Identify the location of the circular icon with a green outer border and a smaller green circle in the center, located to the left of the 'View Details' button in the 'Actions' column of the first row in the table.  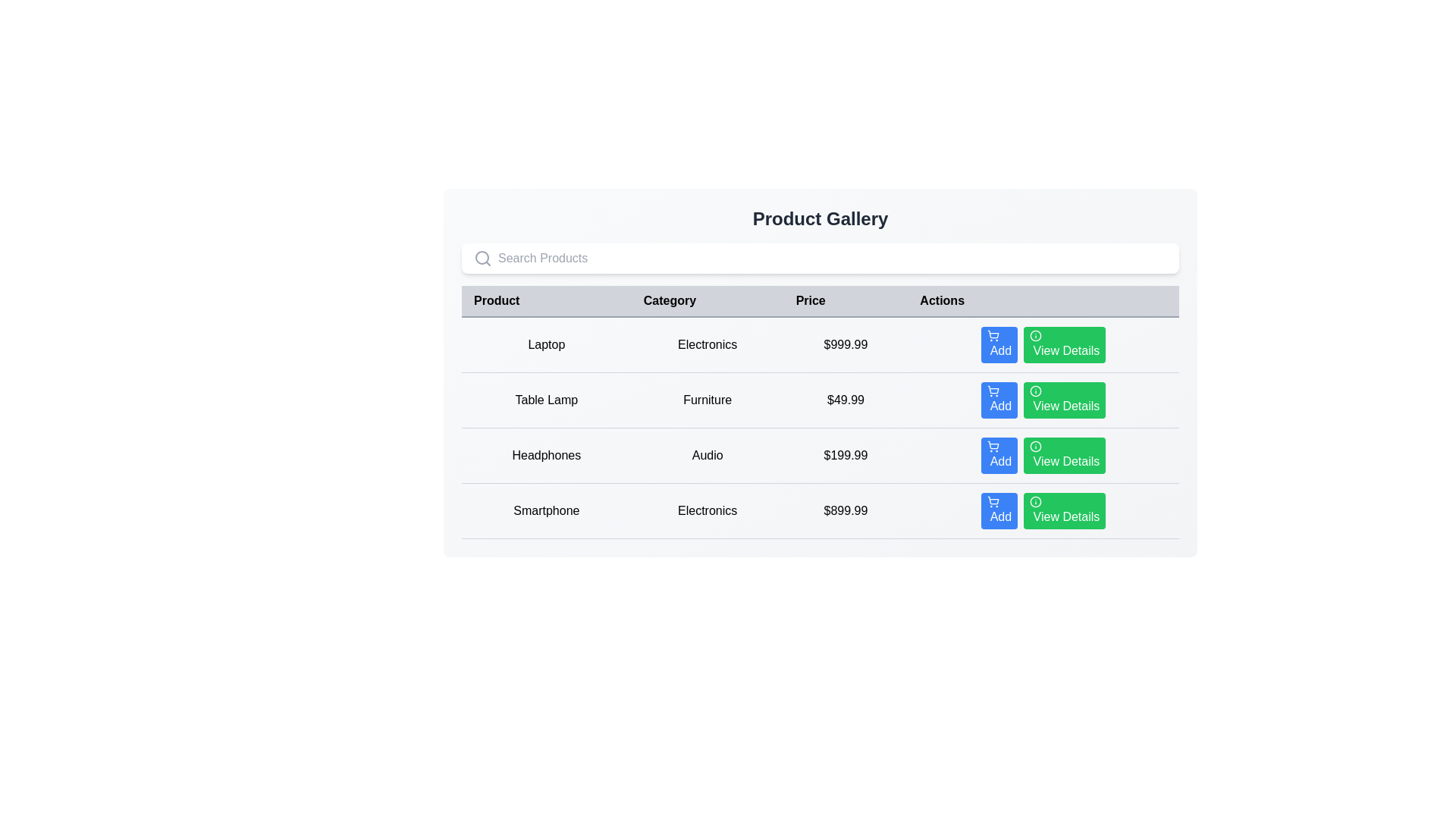
(1035, 335).